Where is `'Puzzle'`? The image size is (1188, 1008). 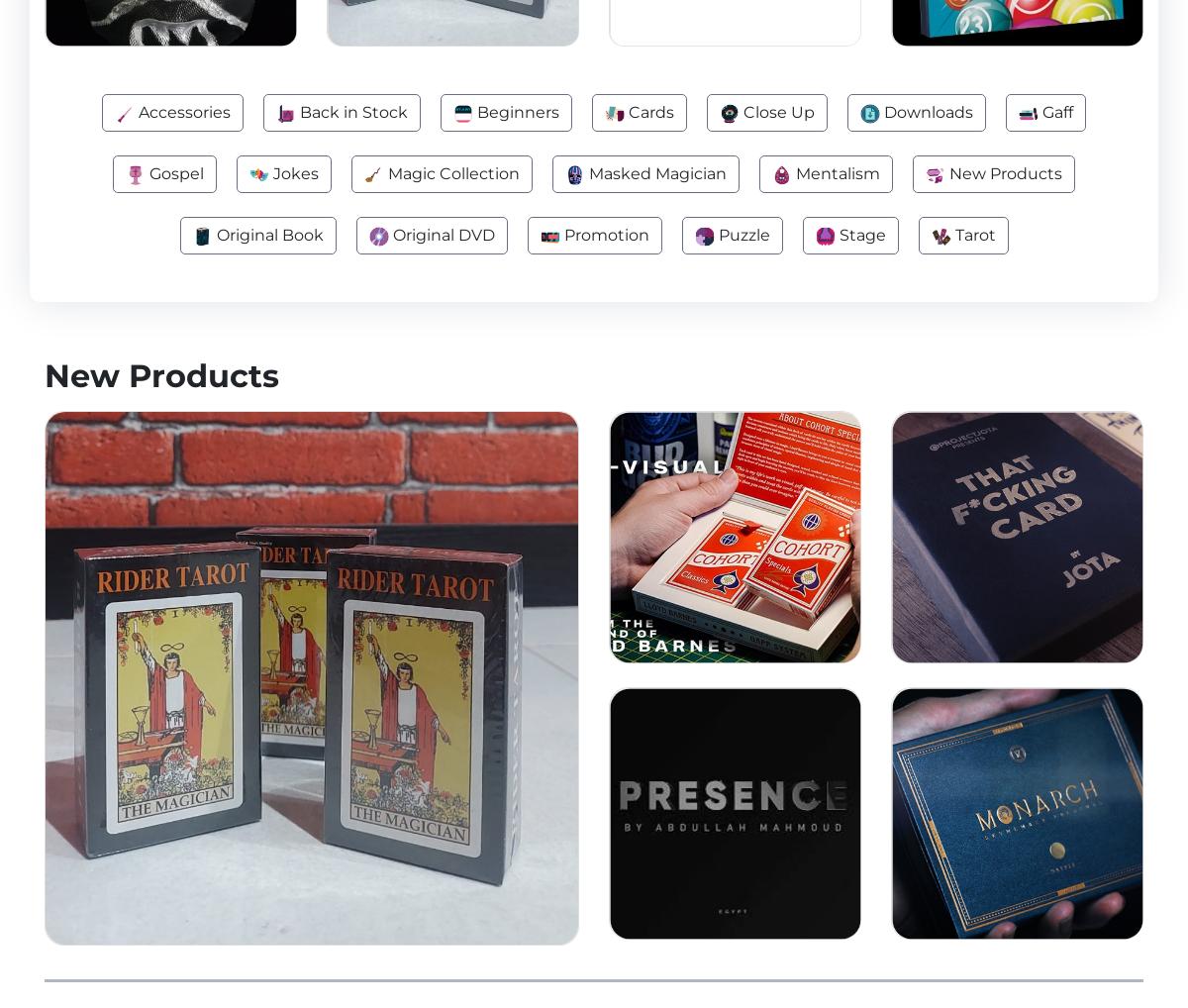
'Puzzle' is located at coordinates (742, 234).